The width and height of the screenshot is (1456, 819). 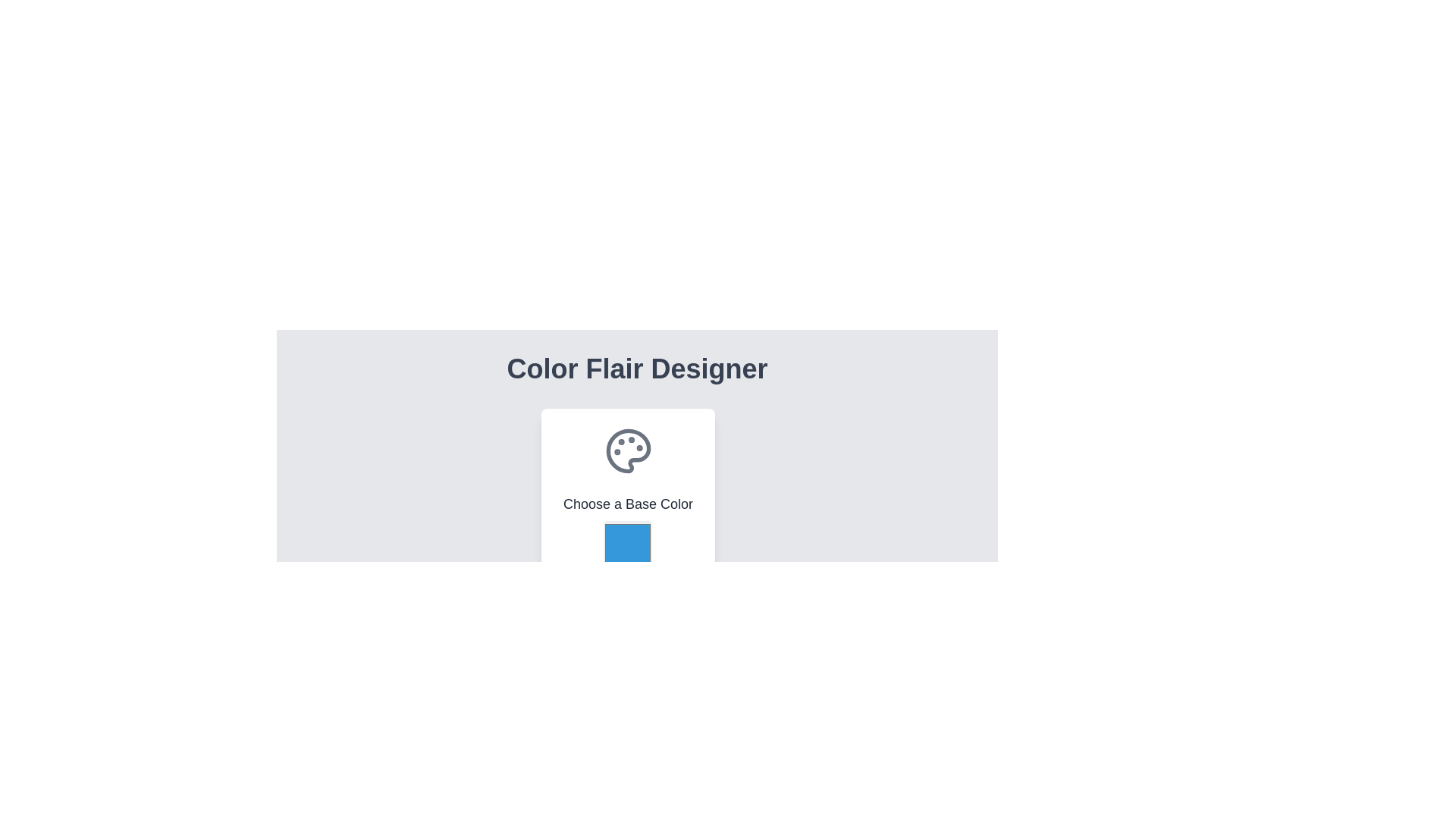 I want to click on the decorative color palette icon located centrally at the top of the card component, which also contains the text 'Choose a Base Color' below it, so click(x=628, y=450).